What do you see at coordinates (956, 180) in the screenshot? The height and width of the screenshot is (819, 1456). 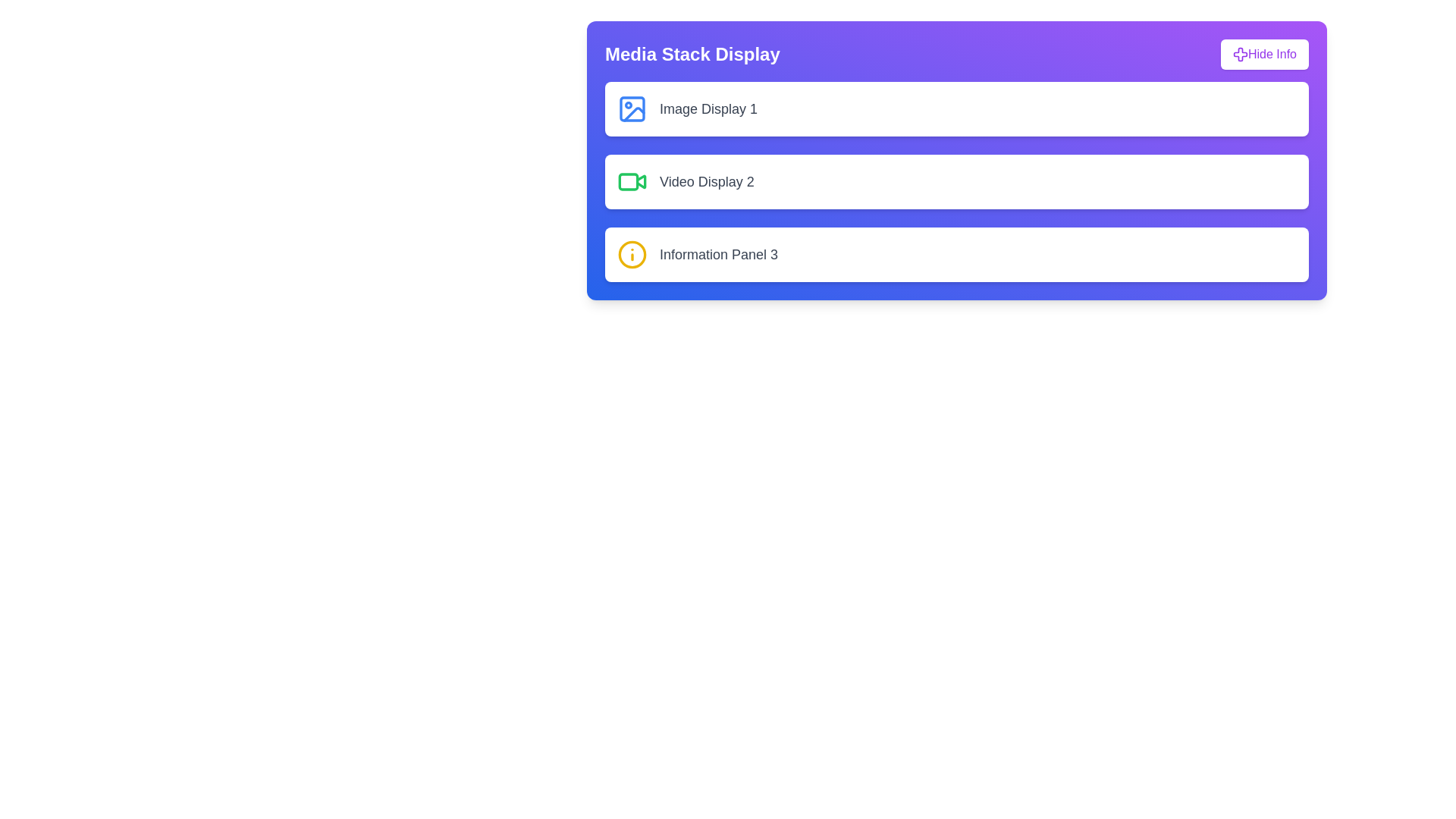 I see `the second panel labeled 'Media Stack Display'` at bounding box center [956, 180].